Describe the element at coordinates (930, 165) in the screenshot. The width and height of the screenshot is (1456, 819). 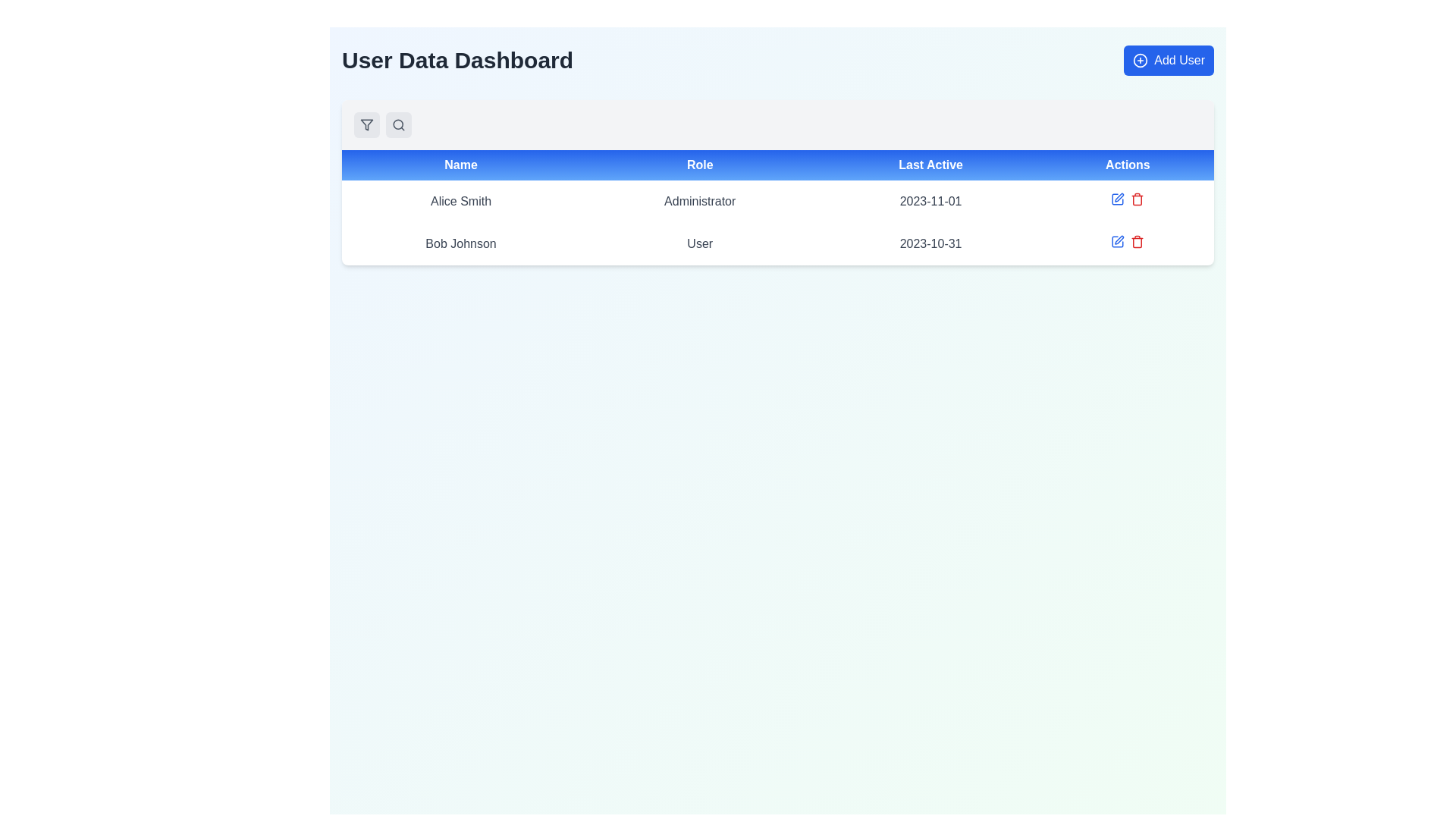
I see `the 'Last Active' label, which is a white text label on a blue background located in the header row of a table, centered between the 'Role' and 'Actions' labels` at that location.